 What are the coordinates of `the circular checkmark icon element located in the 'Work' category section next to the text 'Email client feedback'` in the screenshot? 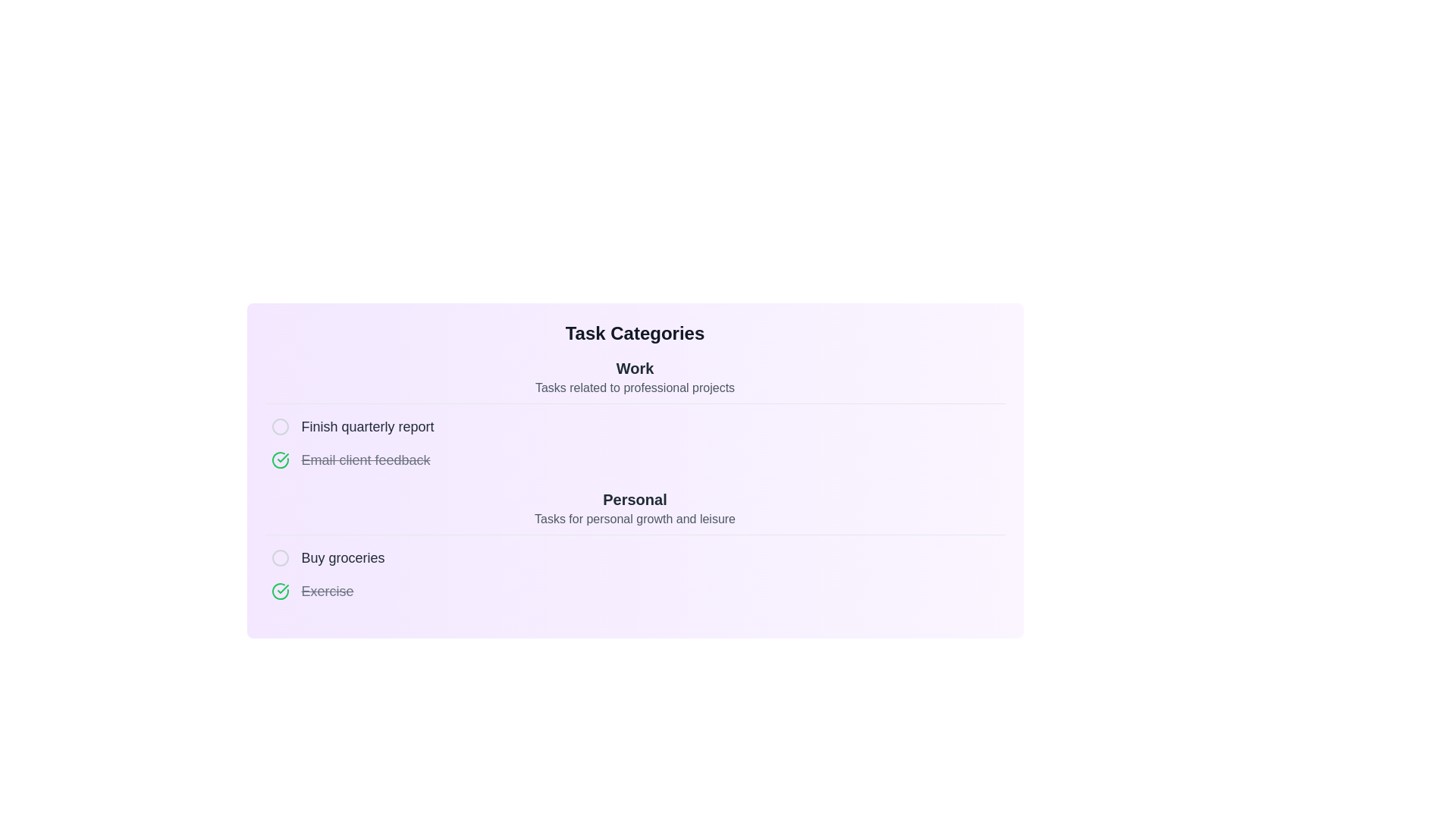 It's located at (280, 590).